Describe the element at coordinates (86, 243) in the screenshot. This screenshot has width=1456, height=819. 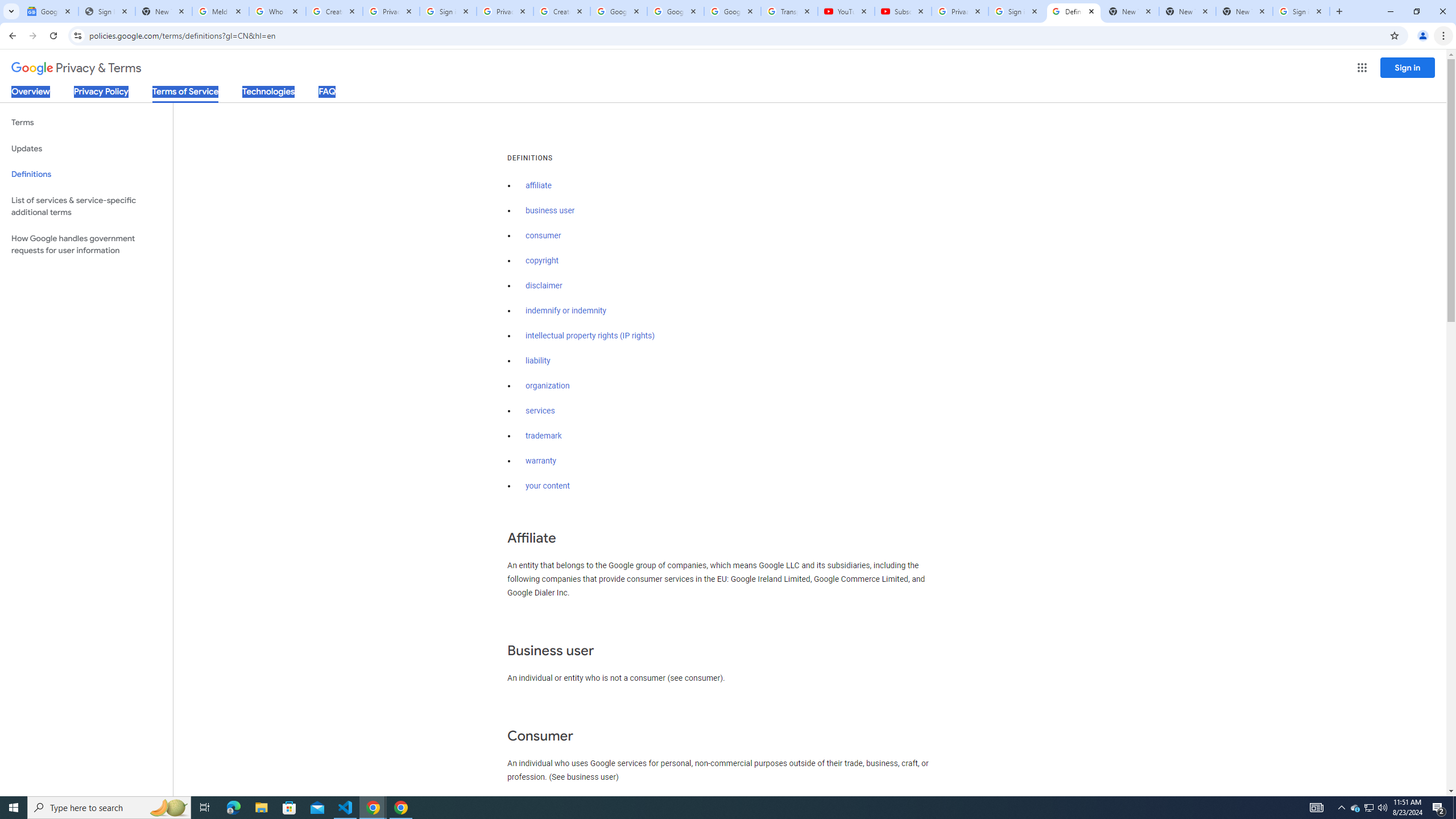
I see `'How Google handles government requests for user information'` at that location.